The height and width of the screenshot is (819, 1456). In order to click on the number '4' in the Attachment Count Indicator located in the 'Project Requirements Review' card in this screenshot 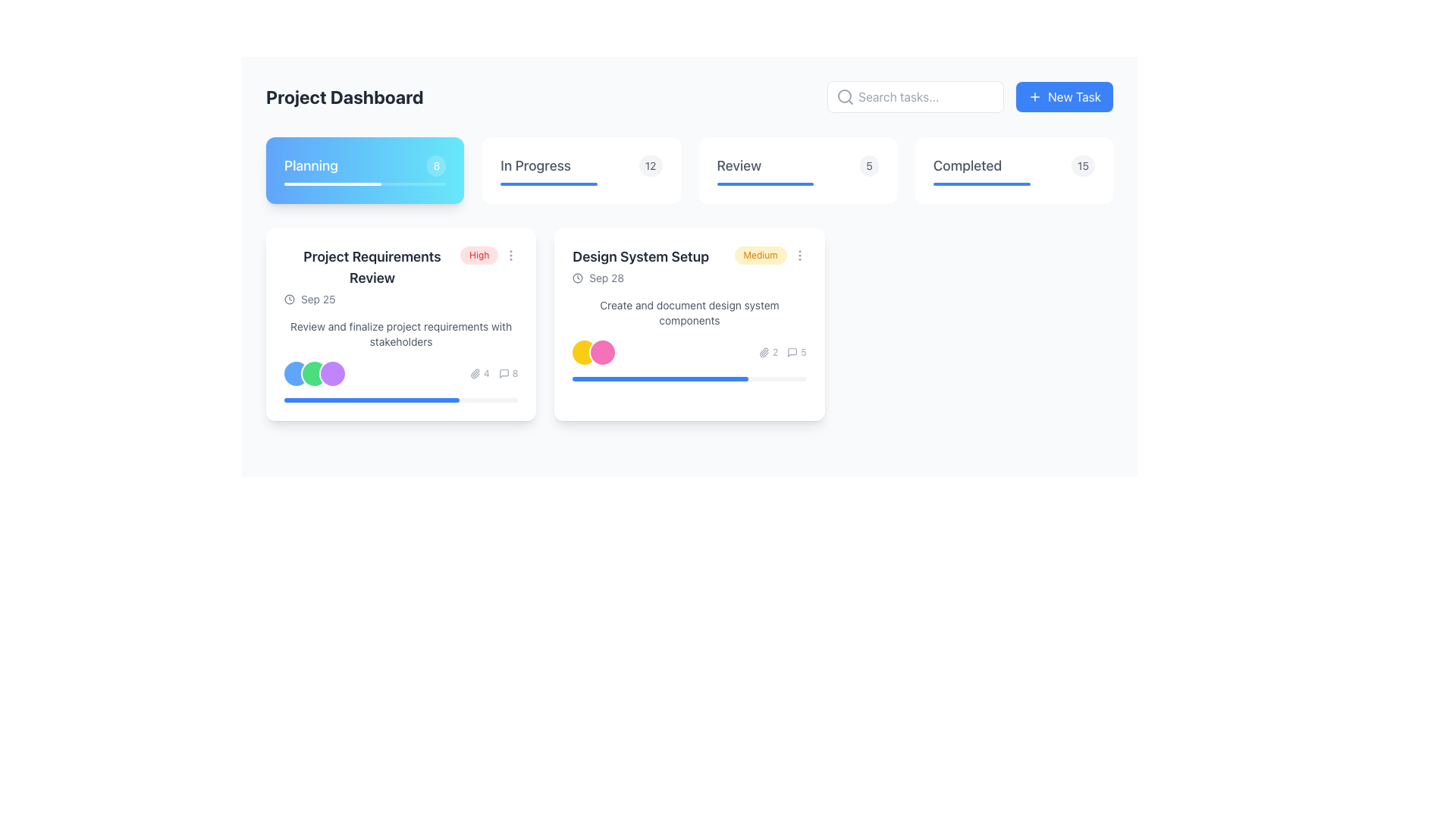, I will do `click(479, 374)`.